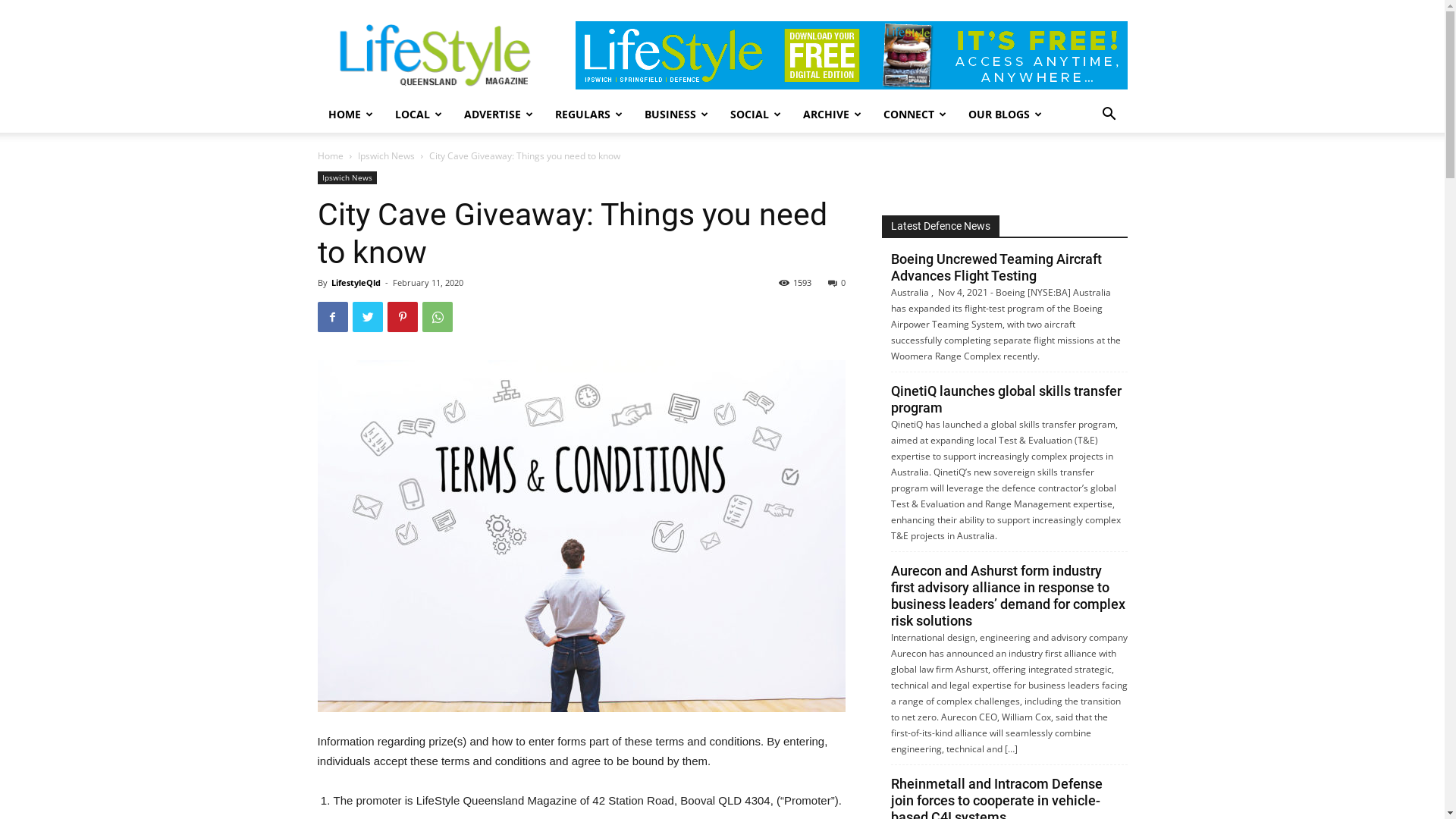  What do you see at coordinates (676, 113) in the screenshot?
I see `'BUSINESS'` at bounding box center [676, 113].